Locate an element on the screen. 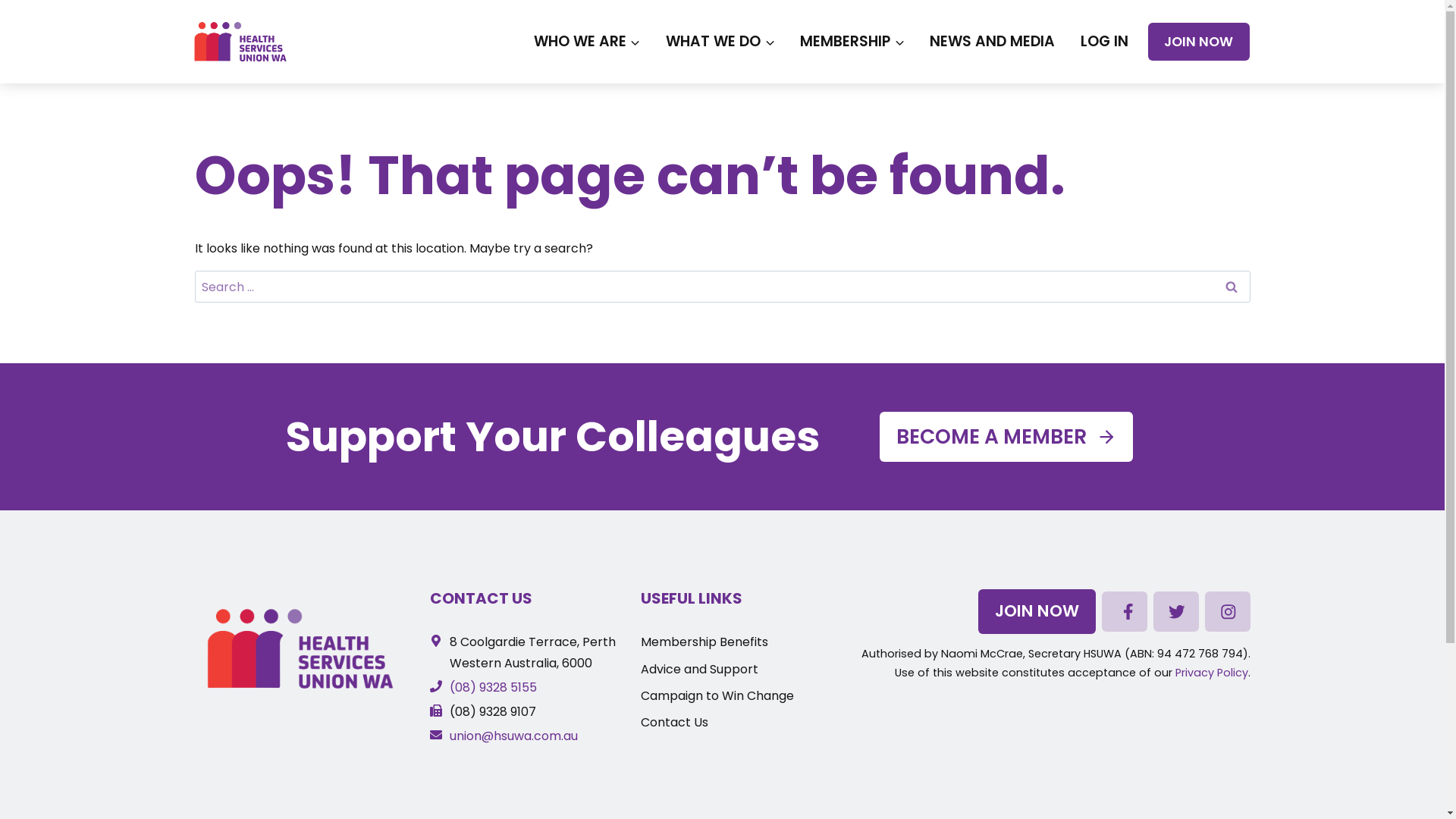 This screenshot has width=1456, height=819. 'Campaign to Win Change' is located at coordinates (640, 695).